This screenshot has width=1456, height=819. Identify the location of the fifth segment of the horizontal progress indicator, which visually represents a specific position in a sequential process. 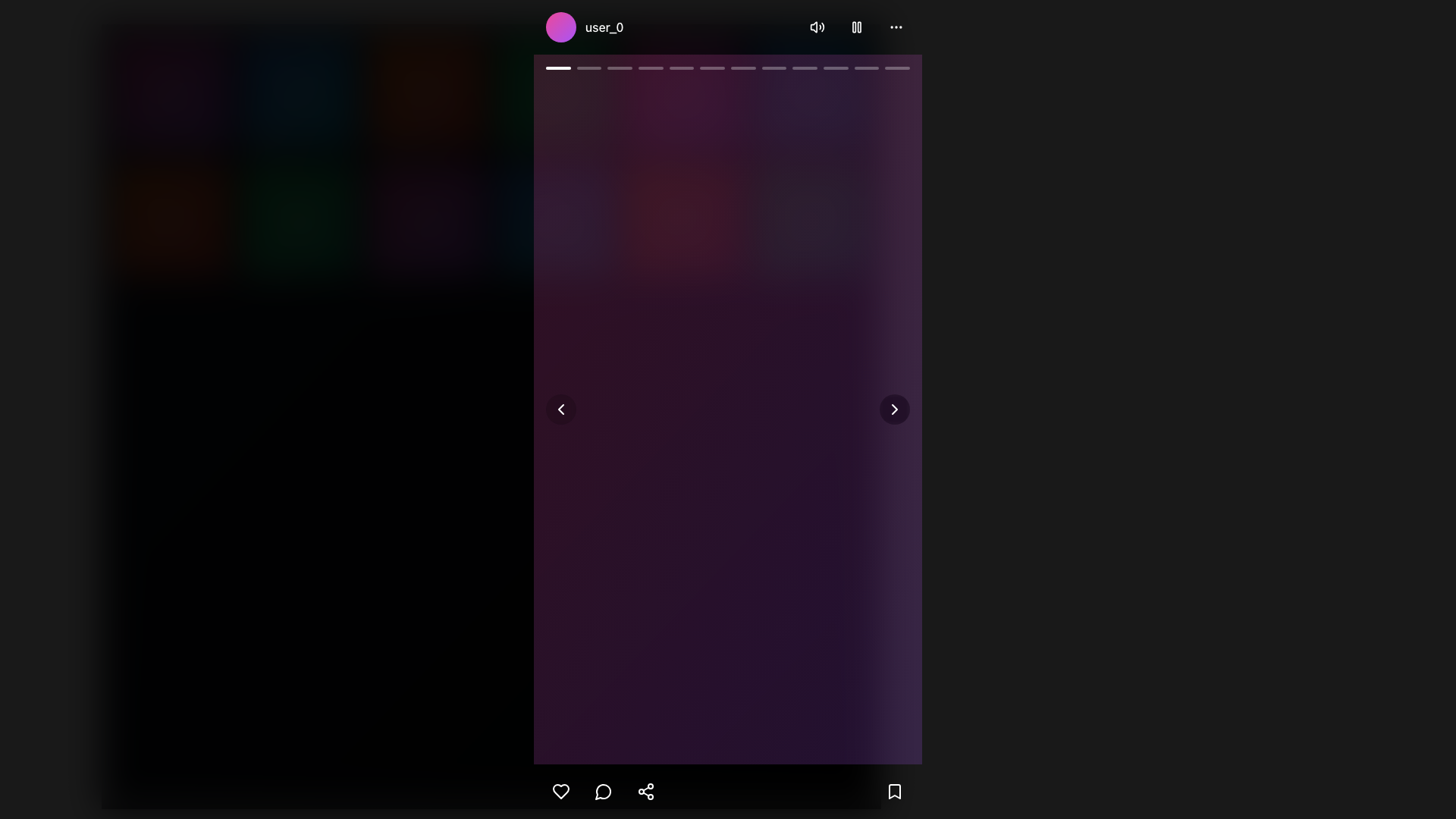
(680, 67).